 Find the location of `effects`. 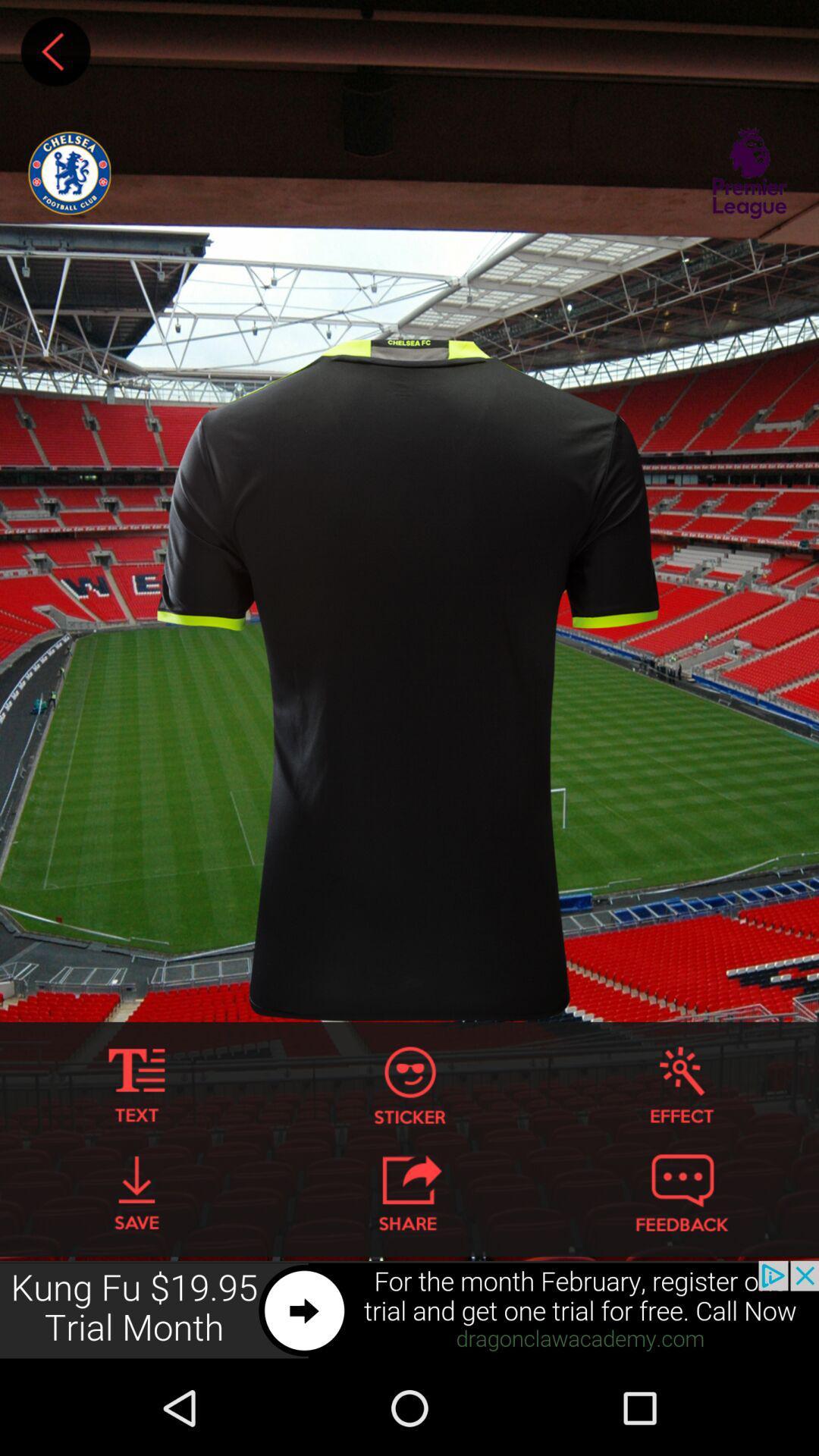

effects is located at coordinates (681, 1084).